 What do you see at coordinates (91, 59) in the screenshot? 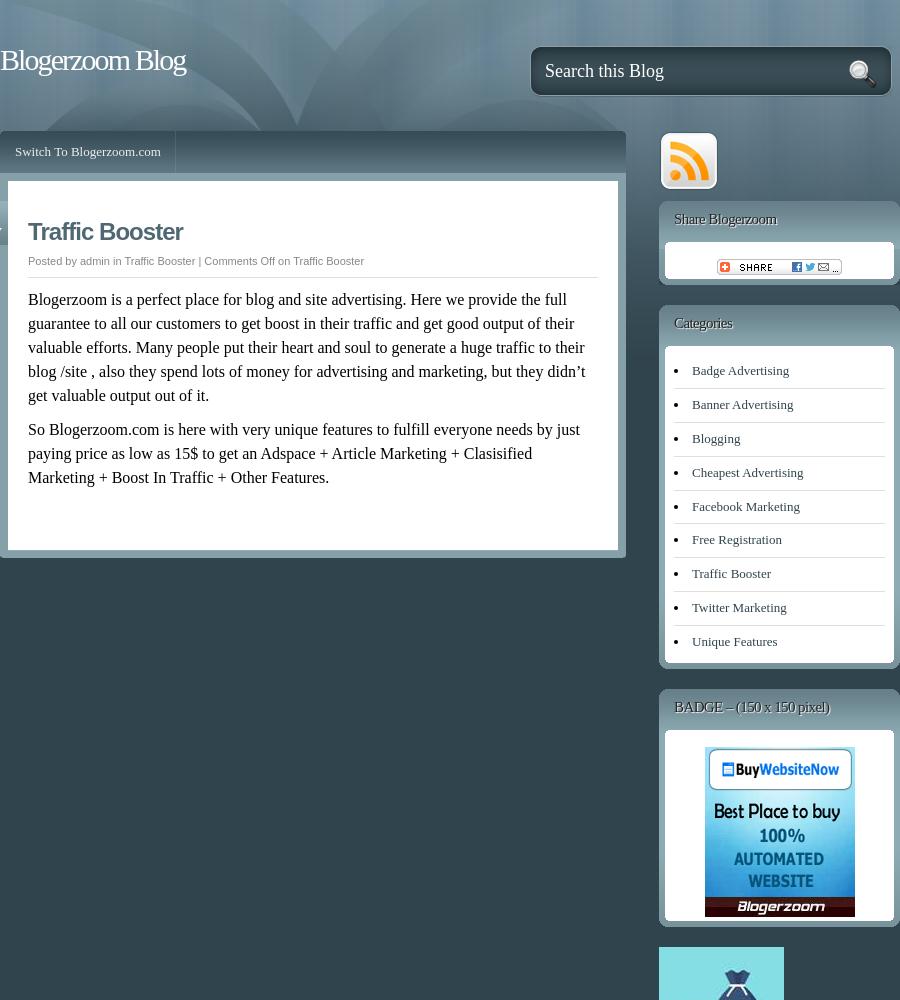
I see `'Blogerzoom Blog'` at bounding box center [91, 59].